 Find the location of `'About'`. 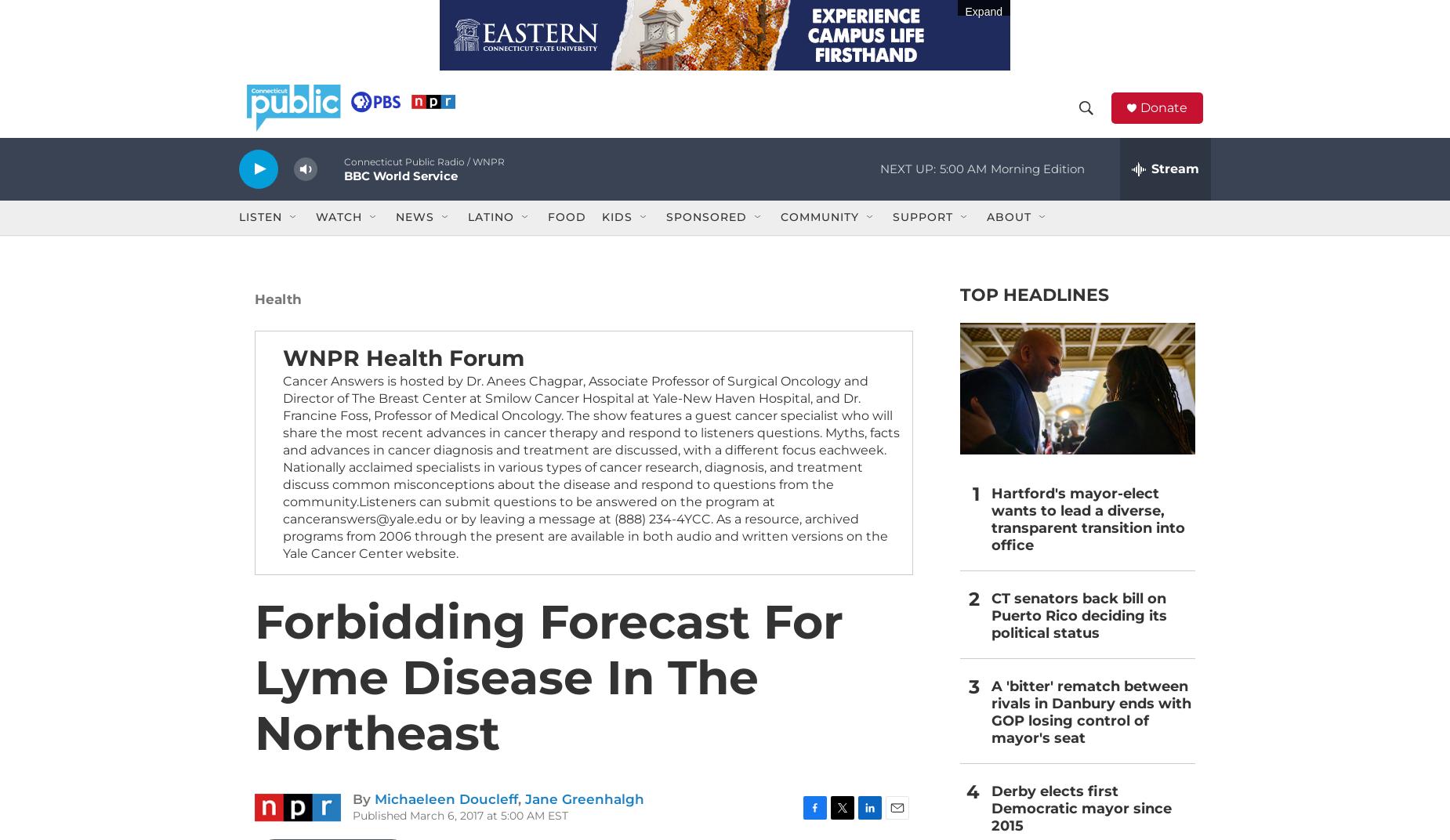

'About' is located at coordinates (1008, 238).